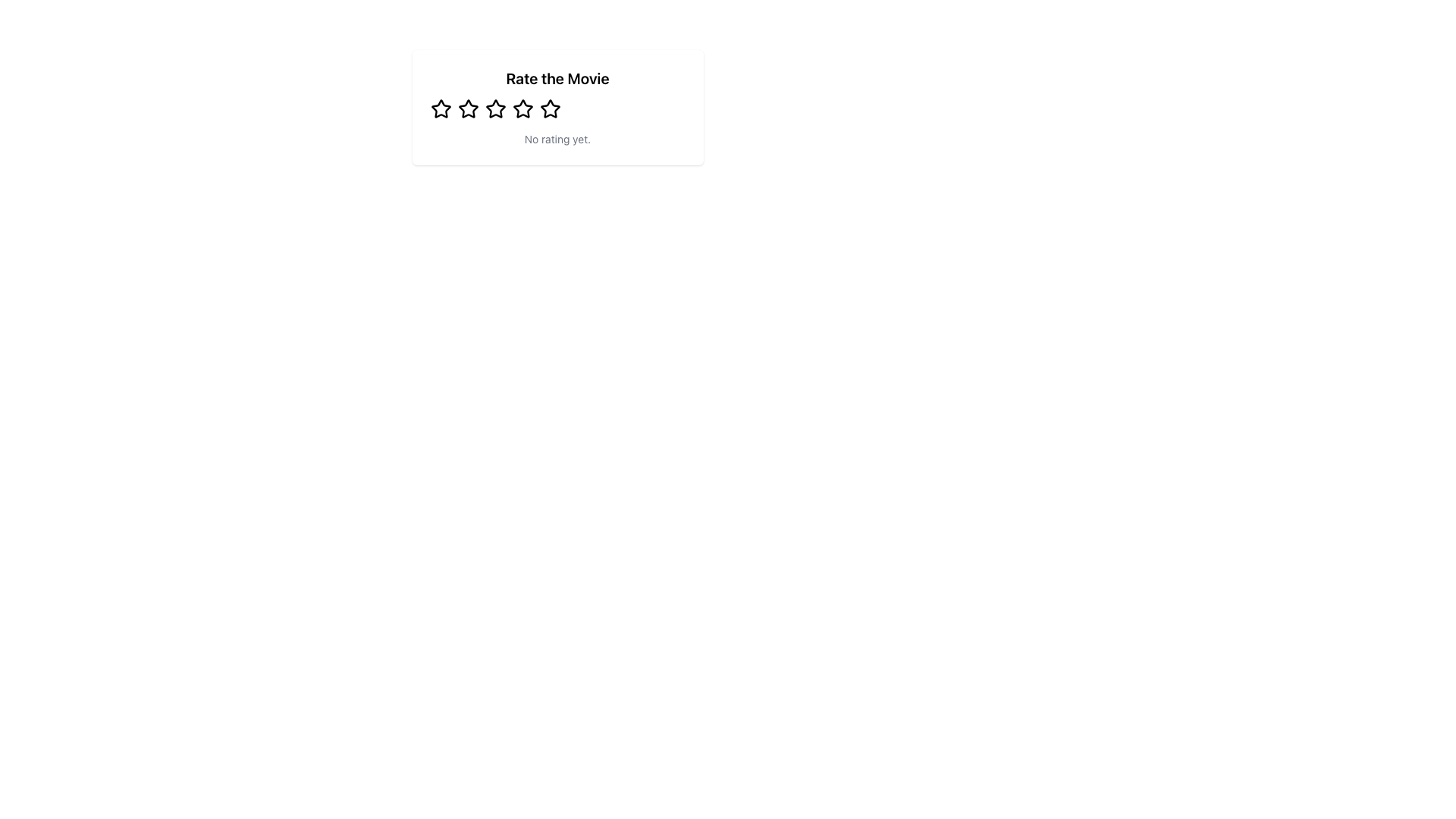 This screenshot has height=819, width=1456. I want to click on the fourth star in the five-star rating system, so click(522, 108).